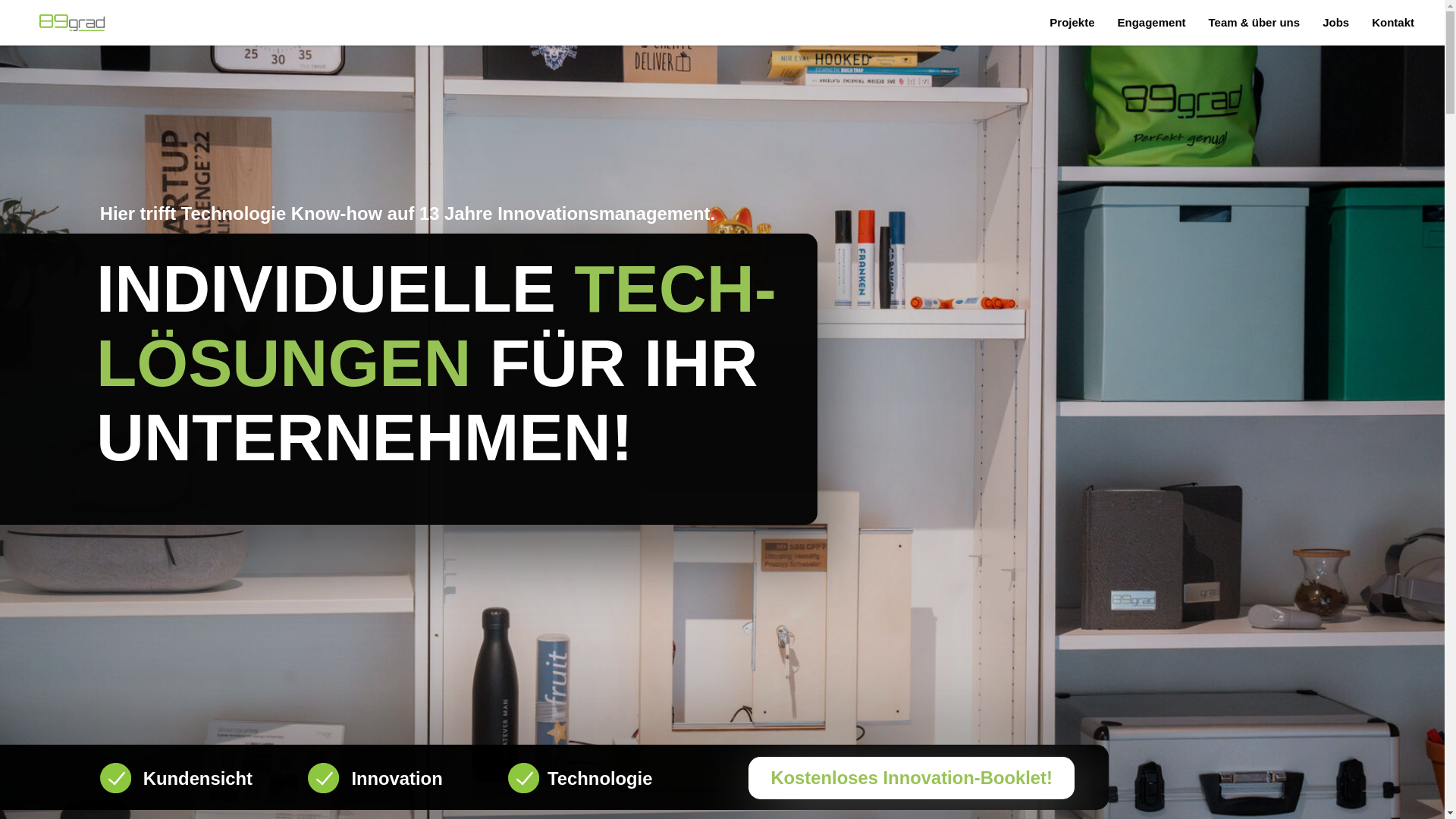  Describe the element at coordinates (1372, 22) in the screenshot. I see `'Kontakt'` at that location.